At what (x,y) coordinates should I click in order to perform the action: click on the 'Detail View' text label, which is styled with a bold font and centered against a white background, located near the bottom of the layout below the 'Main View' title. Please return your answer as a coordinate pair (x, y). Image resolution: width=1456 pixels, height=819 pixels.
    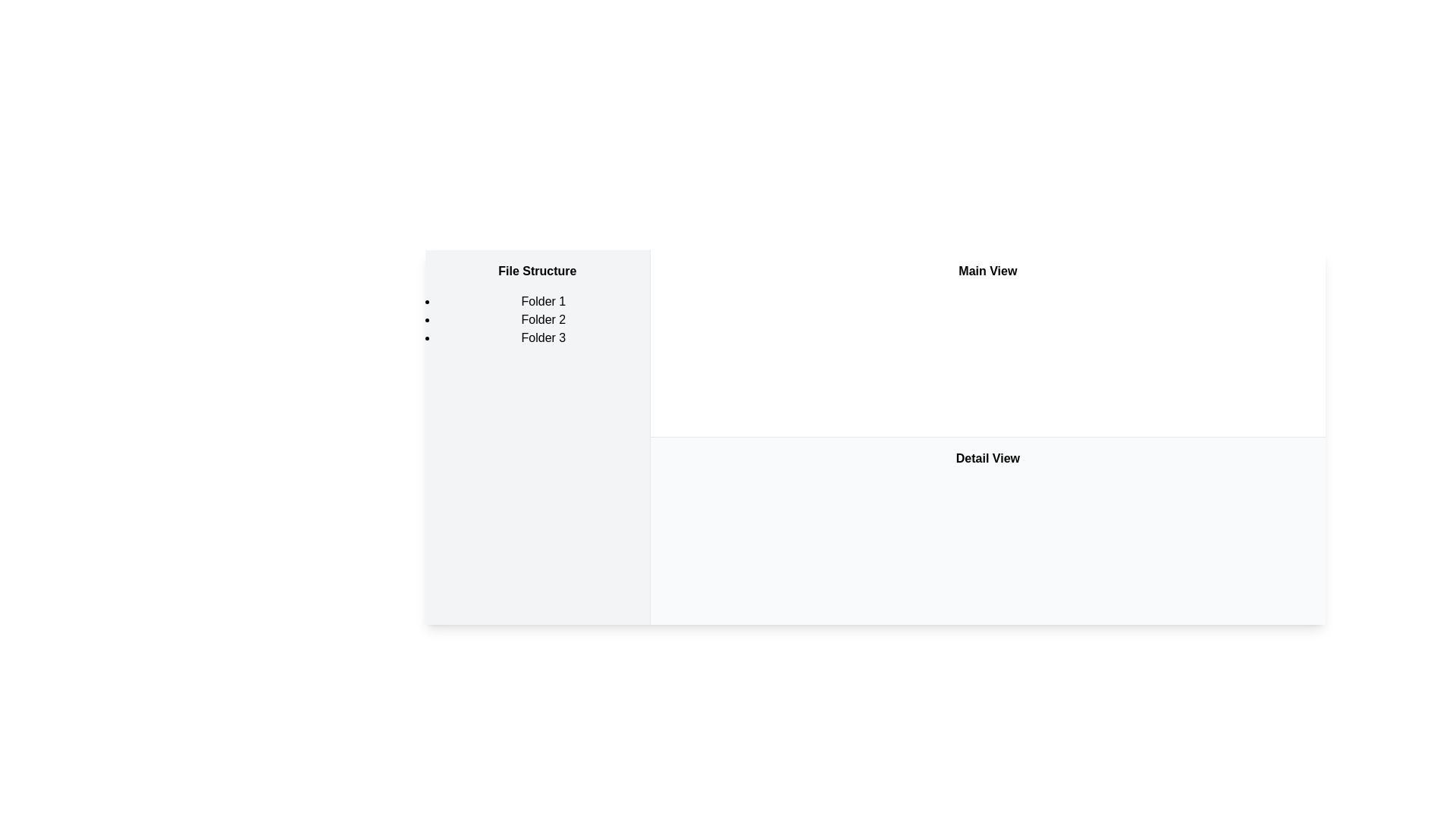
    Looking at the image, I should click on (987, 458).